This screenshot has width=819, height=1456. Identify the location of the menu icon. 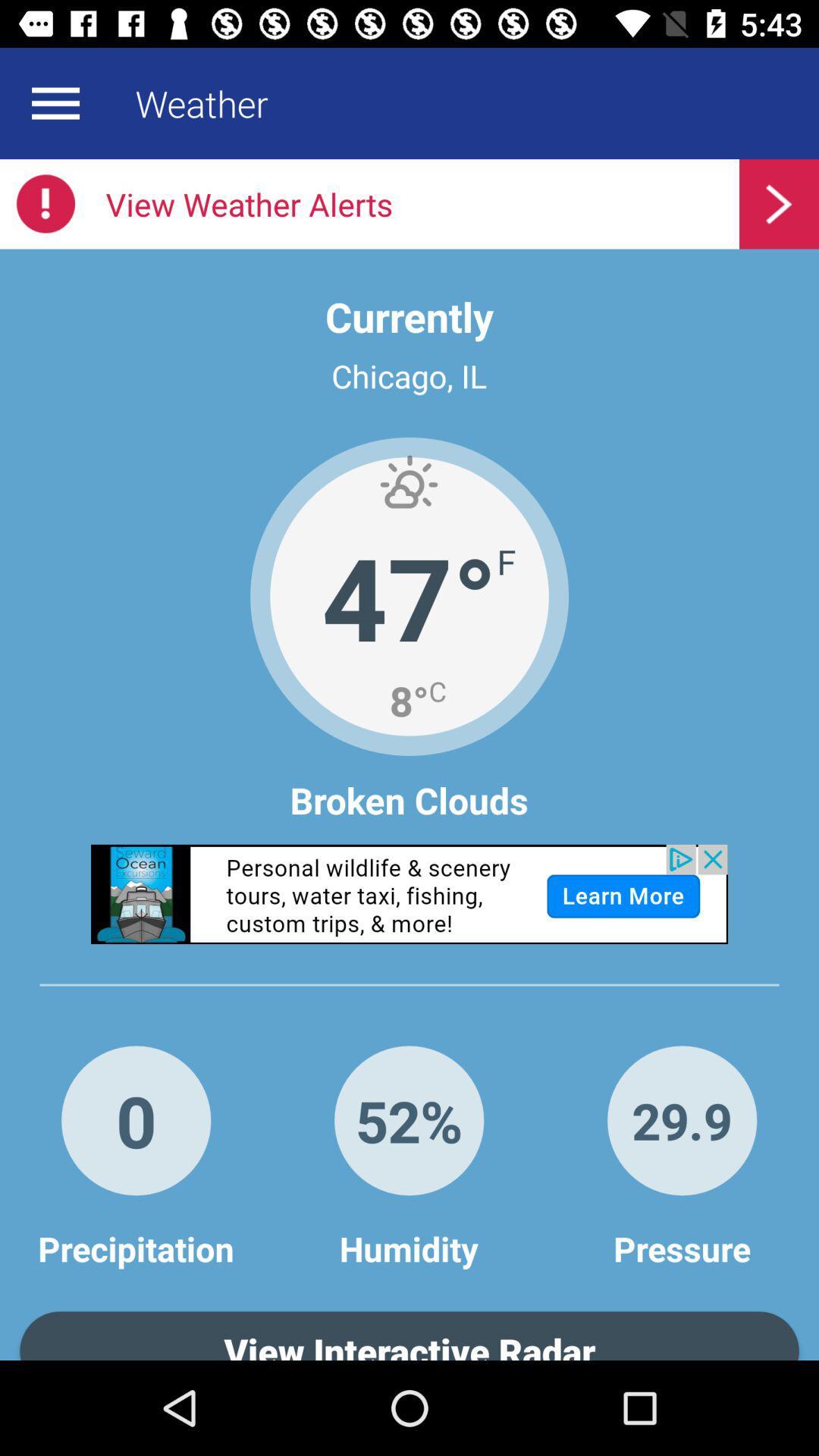
(55, 102).